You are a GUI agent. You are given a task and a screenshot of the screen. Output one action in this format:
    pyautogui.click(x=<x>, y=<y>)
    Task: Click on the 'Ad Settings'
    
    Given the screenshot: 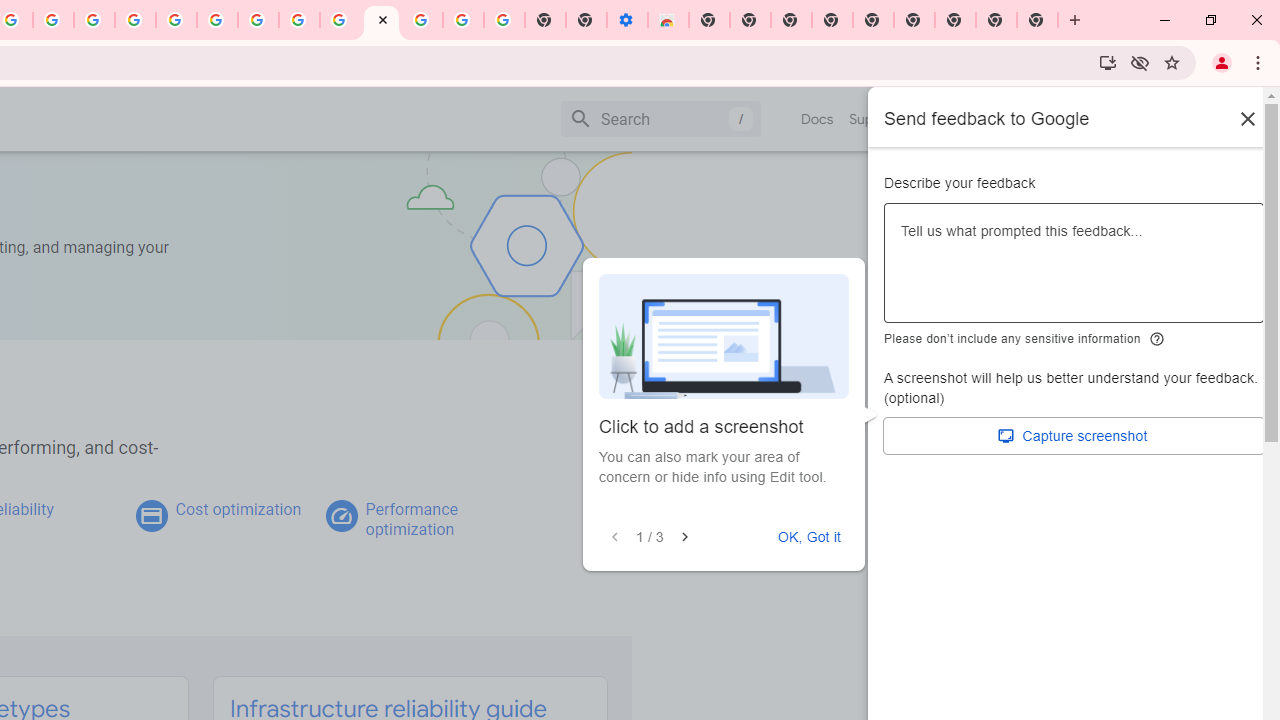 What is the action you would take?
    pyautogui.click(x=134, y=20)
    